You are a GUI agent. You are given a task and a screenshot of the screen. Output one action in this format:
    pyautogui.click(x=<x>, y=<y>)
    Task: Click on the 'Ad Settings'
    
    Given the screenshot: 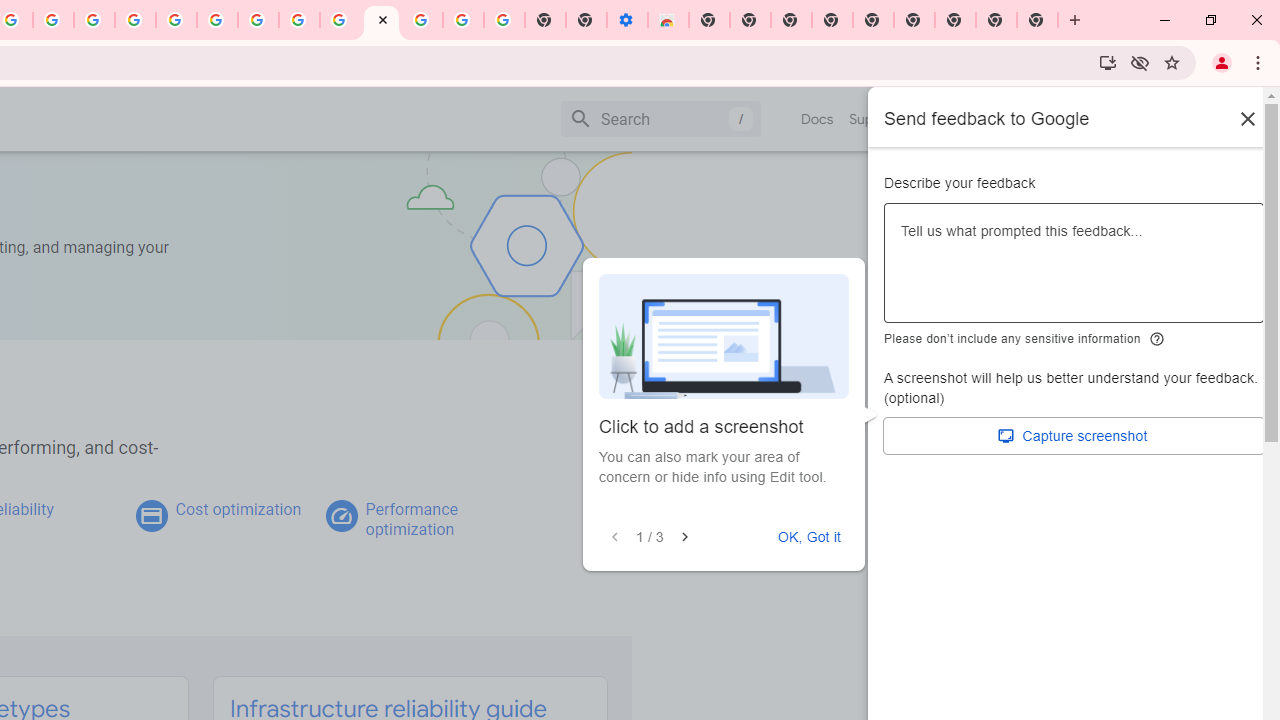 What is the action you would take?
    pyautogui.click(x=134, y=20)
    